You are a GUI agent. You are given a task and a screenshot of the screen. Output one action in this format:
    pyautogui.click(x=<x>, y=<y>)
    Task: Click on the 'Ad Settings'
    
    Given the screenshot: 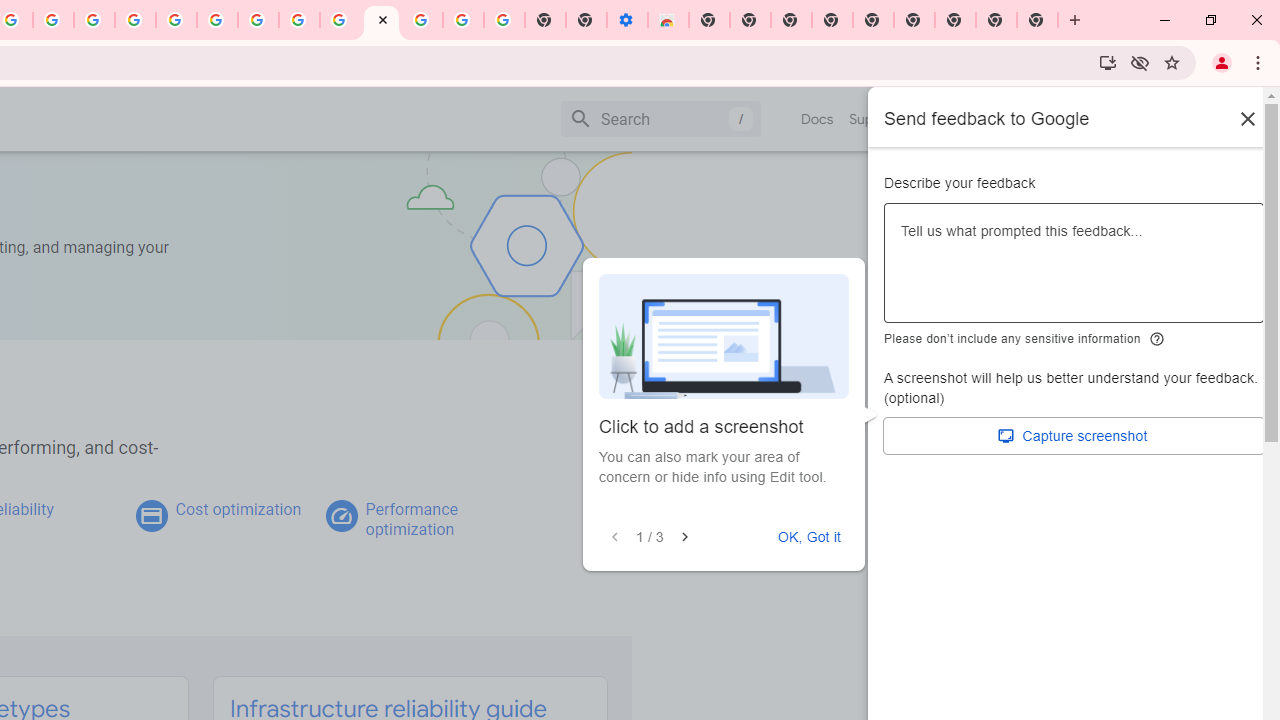 What is the action you would take?
    pyautogui.click(x=134, y=20)
    